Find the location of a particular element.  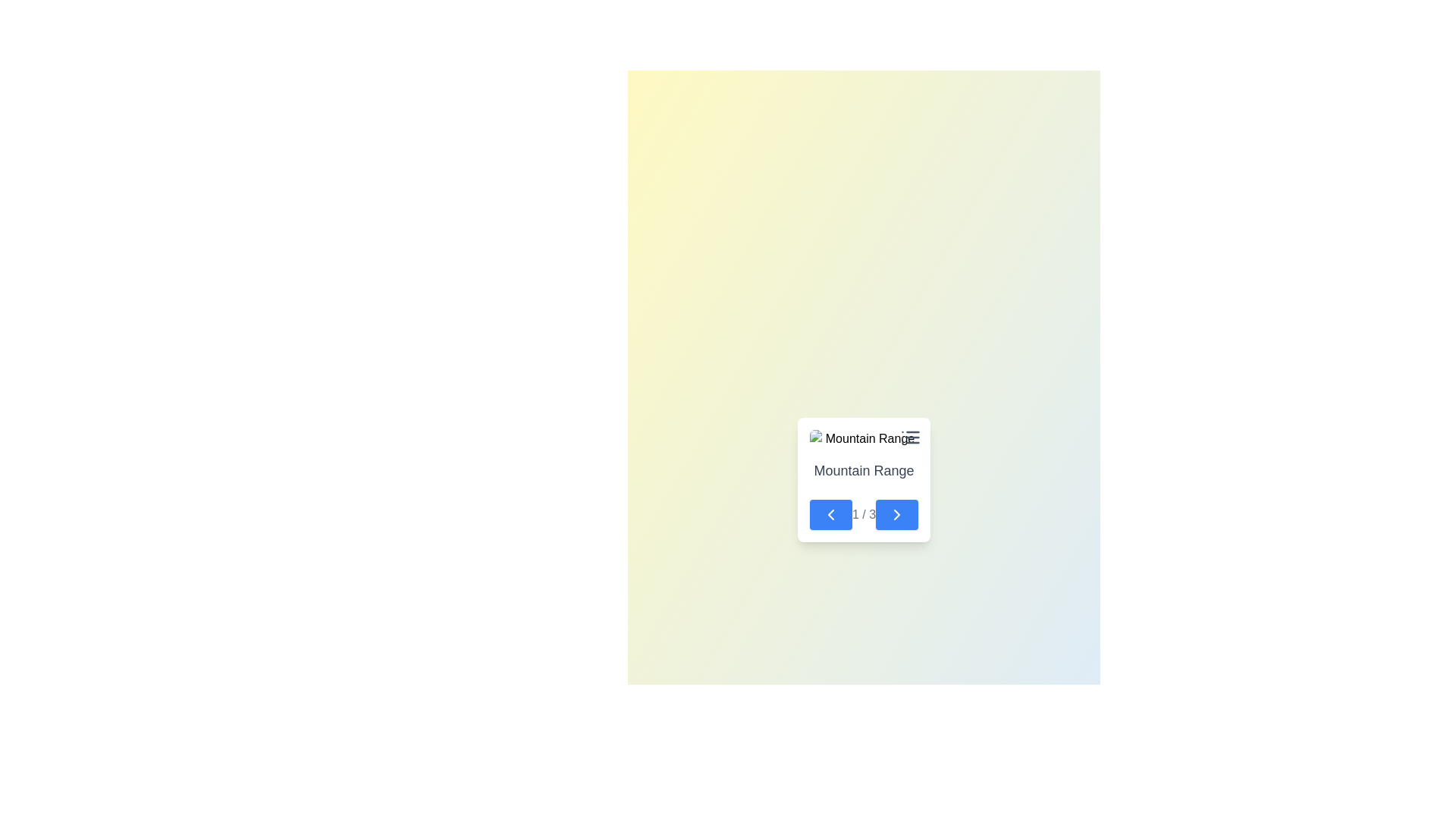

the Navigation button icon located to the right of the number indicator ('1 / 3') in the pop-up interface is located at coordinates (897, 513).